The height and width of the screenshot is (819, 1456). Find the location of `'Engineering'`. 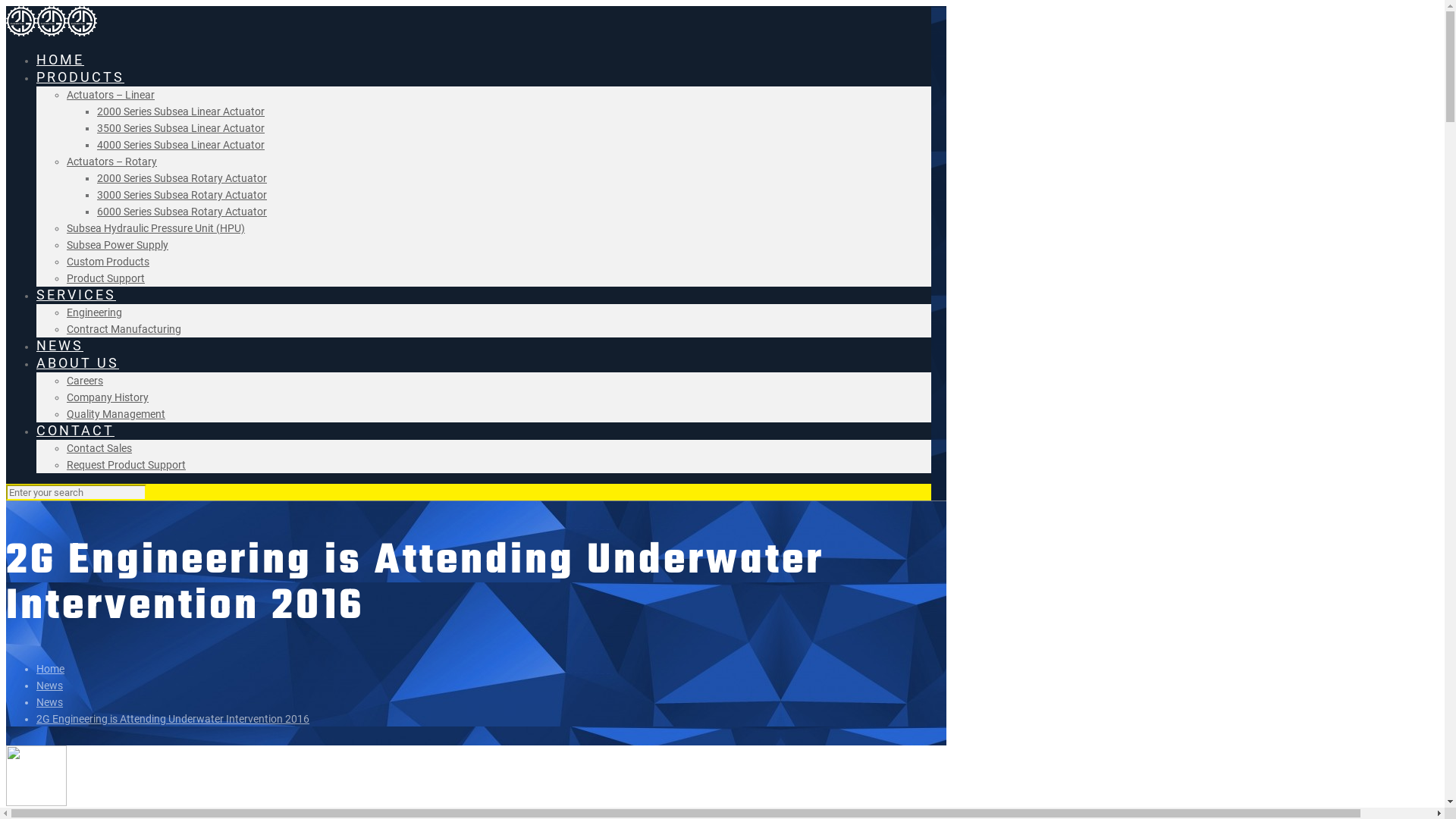

'Engineering' is located at coordinates (93, 312).